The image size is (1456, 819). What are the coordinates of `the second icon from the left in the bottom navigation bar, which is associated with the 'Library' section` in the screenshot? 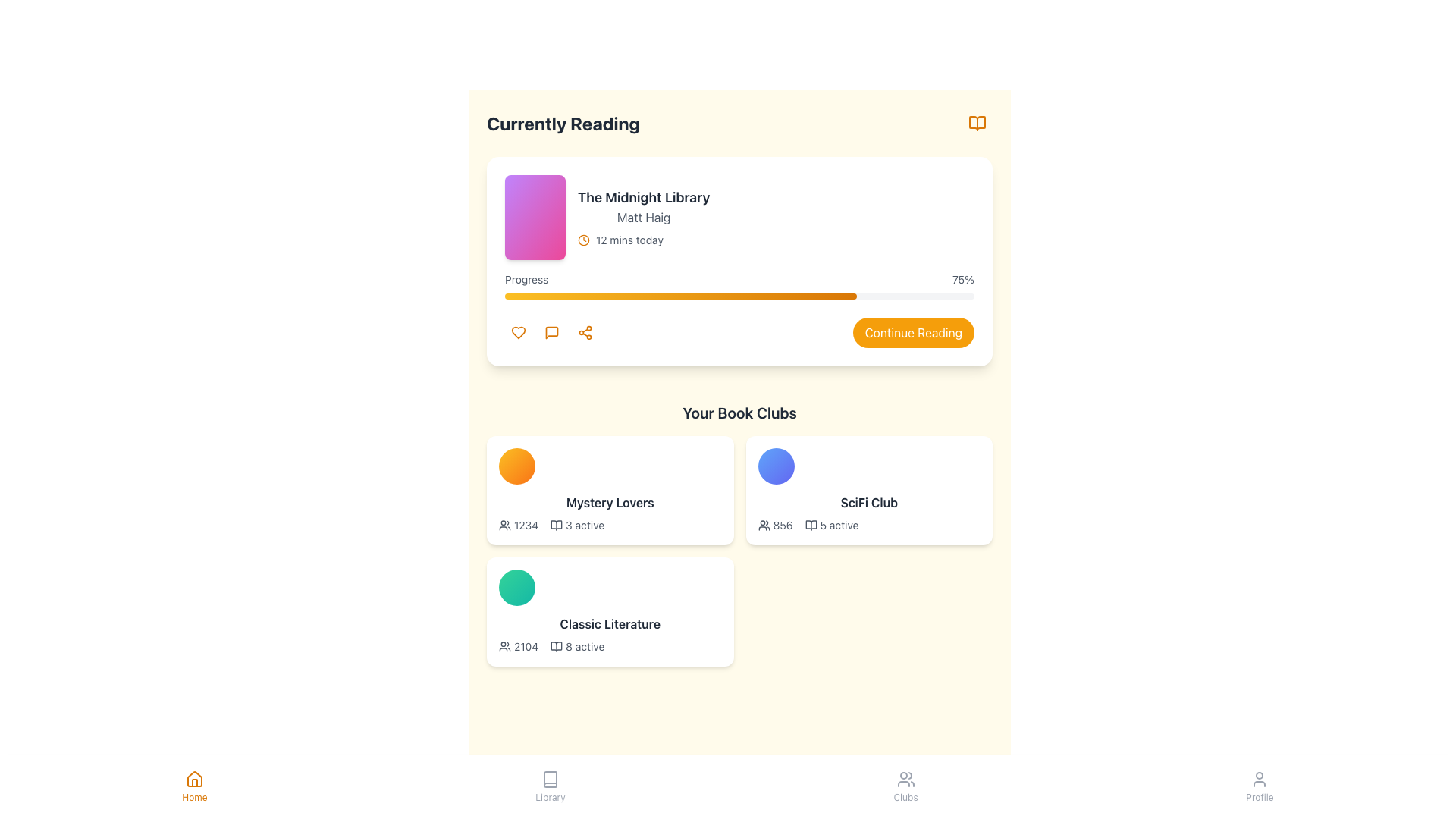 It's located at (549, 780).